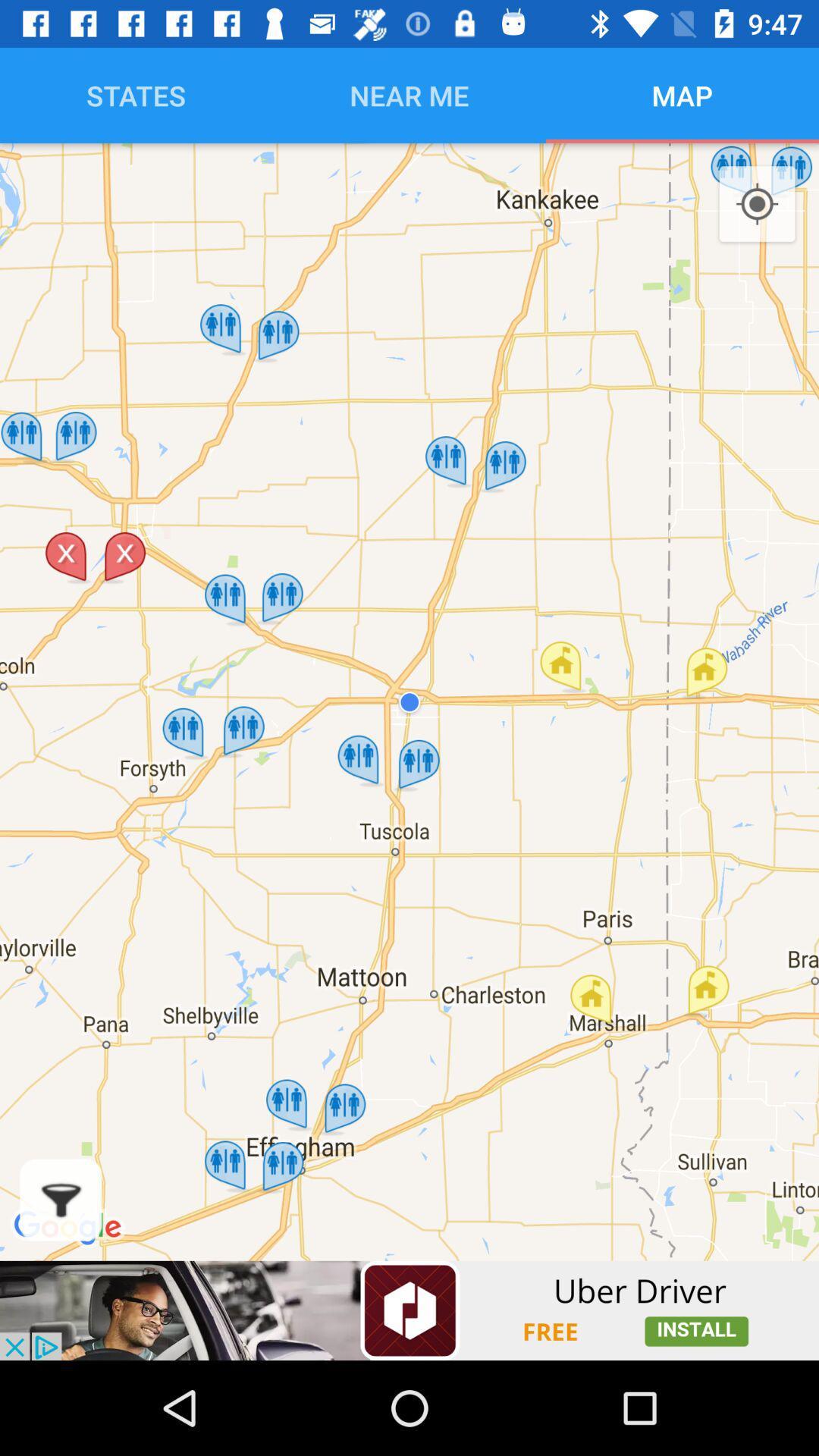  Describe the element at coordinates (409, 1310) in the screenshot. I see `advertisement link` at that location.